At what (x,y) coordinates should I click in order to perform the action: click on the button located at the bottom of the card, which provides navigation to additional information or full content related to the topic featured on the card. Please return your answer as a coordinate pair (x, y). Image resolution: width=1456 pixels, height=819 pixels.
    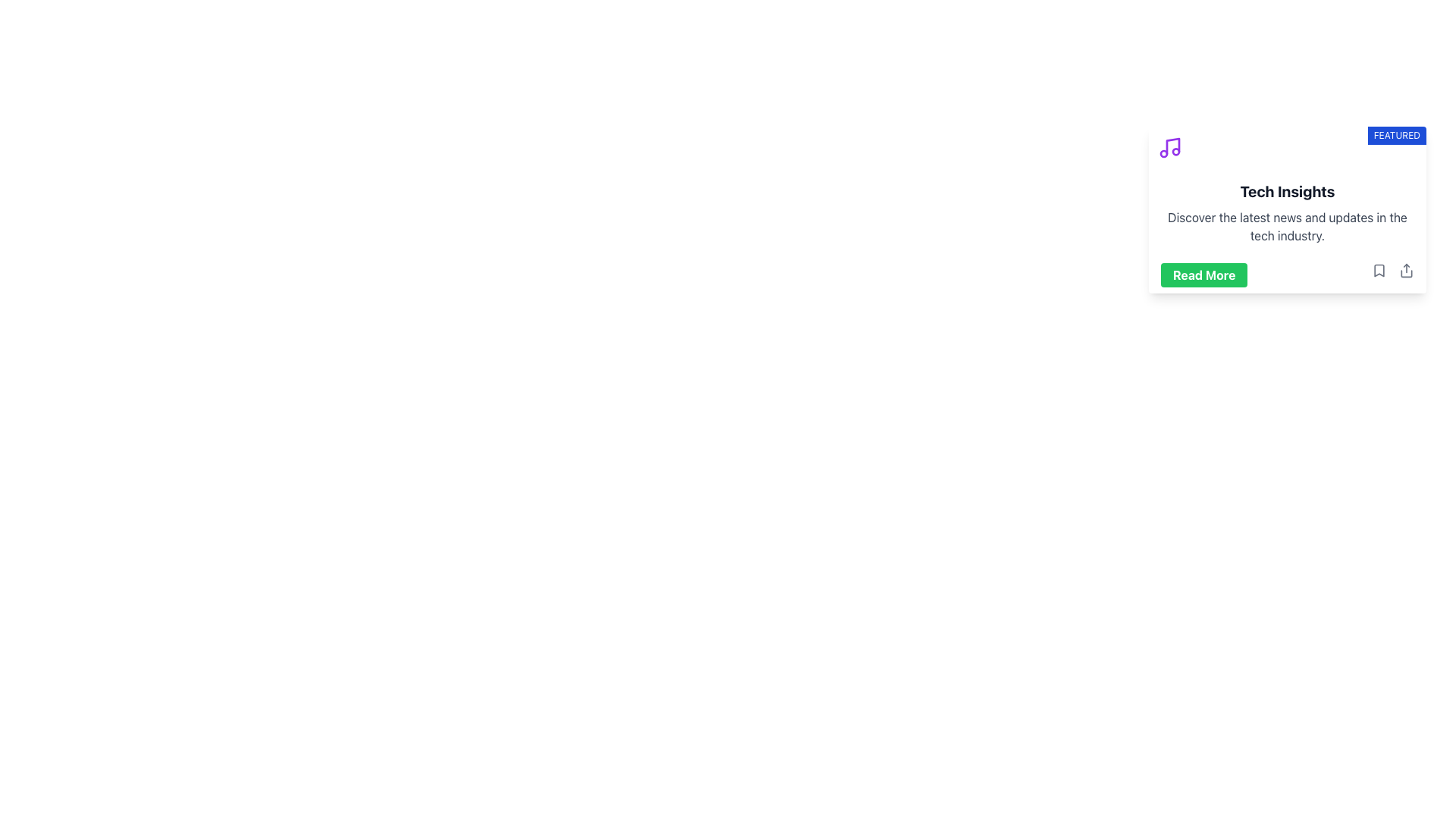
    Looking at the image, I should click on (1203, 275).